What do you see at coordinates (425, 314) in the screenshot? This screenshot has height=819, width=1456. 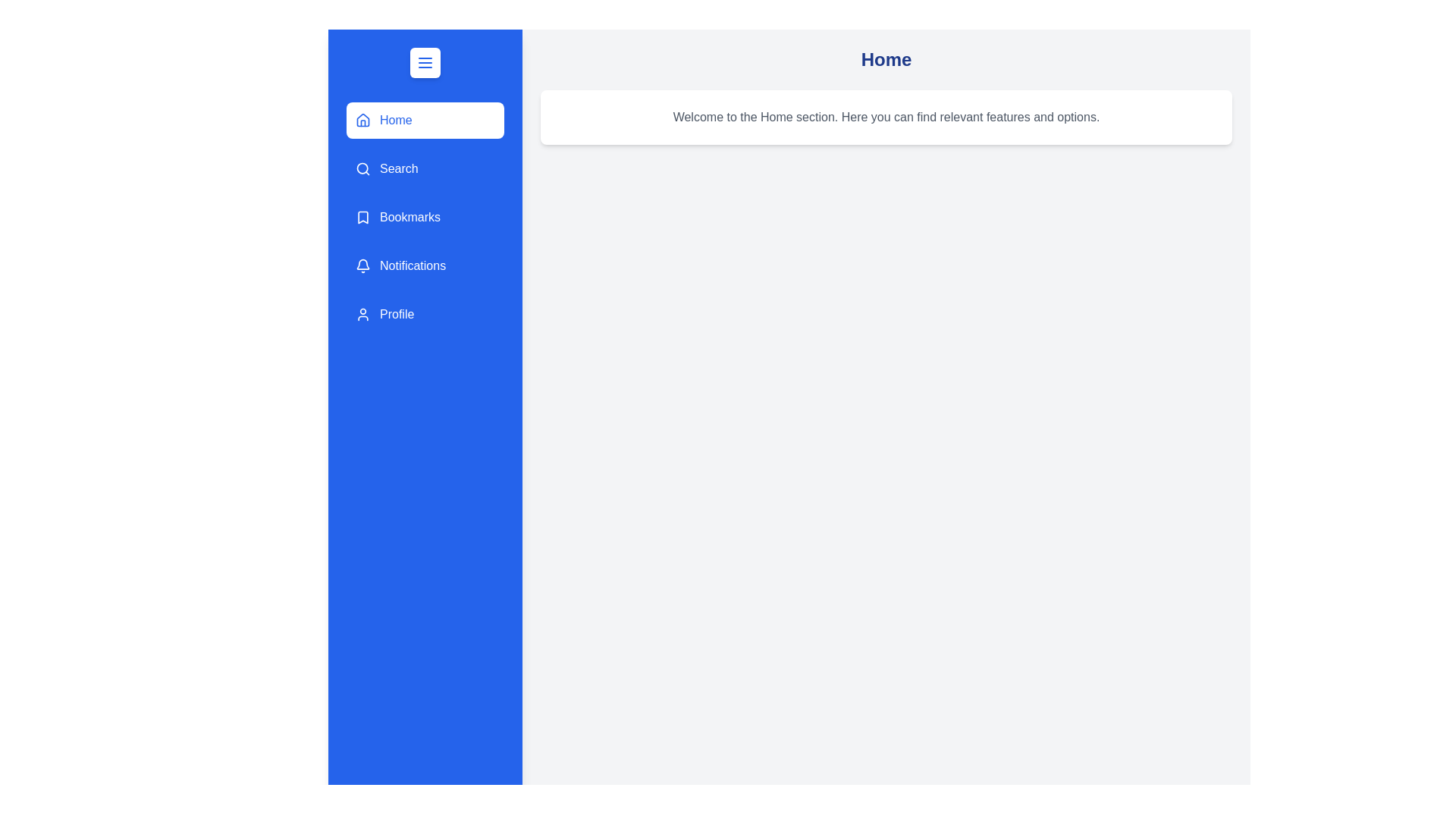 I see `the menu item Profile to see the hover effect` at bounding box center [425, 314].